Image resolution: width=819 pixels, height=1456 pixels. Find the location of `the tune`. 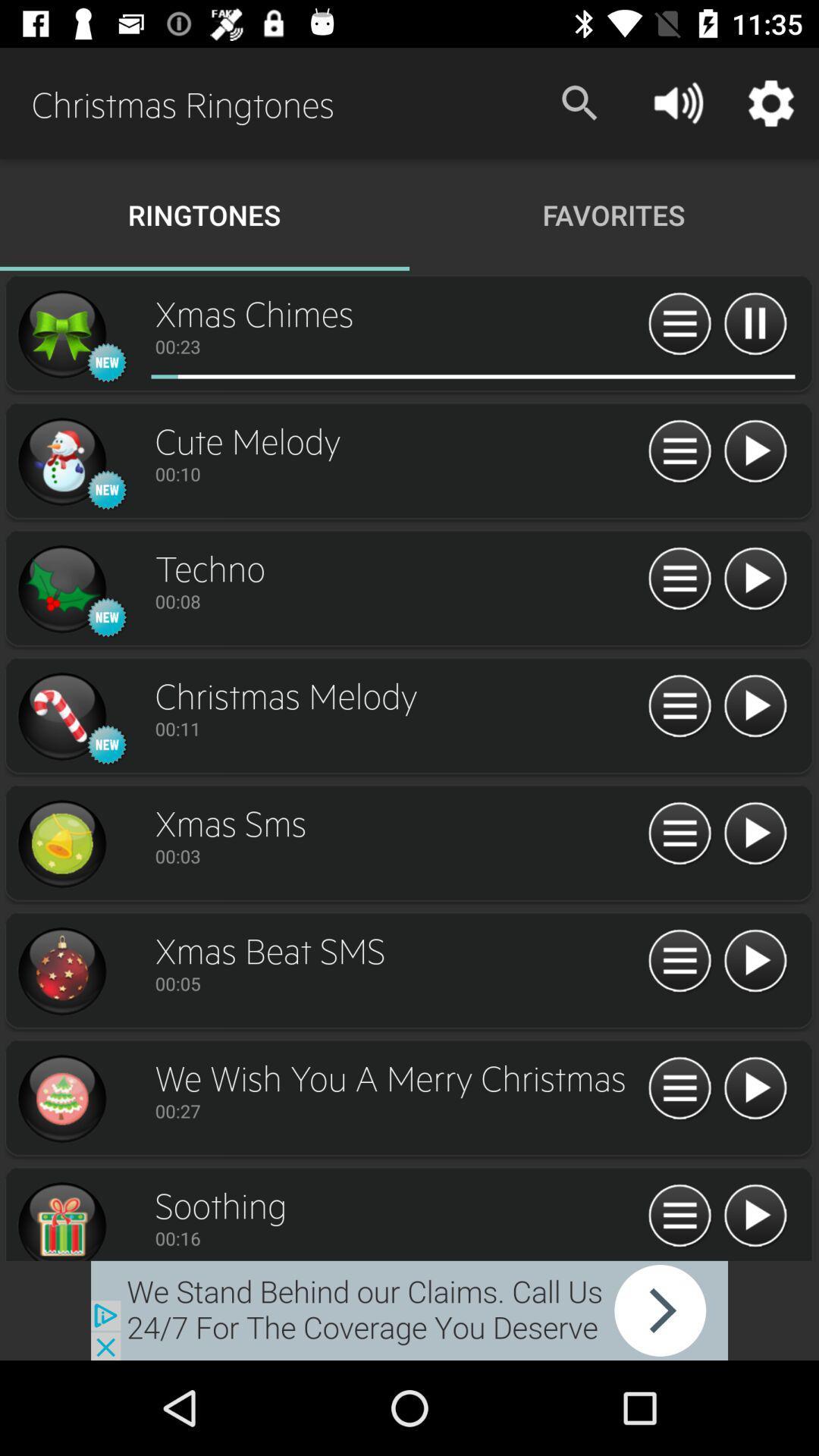

the tune is located at coordinates (755, 579).